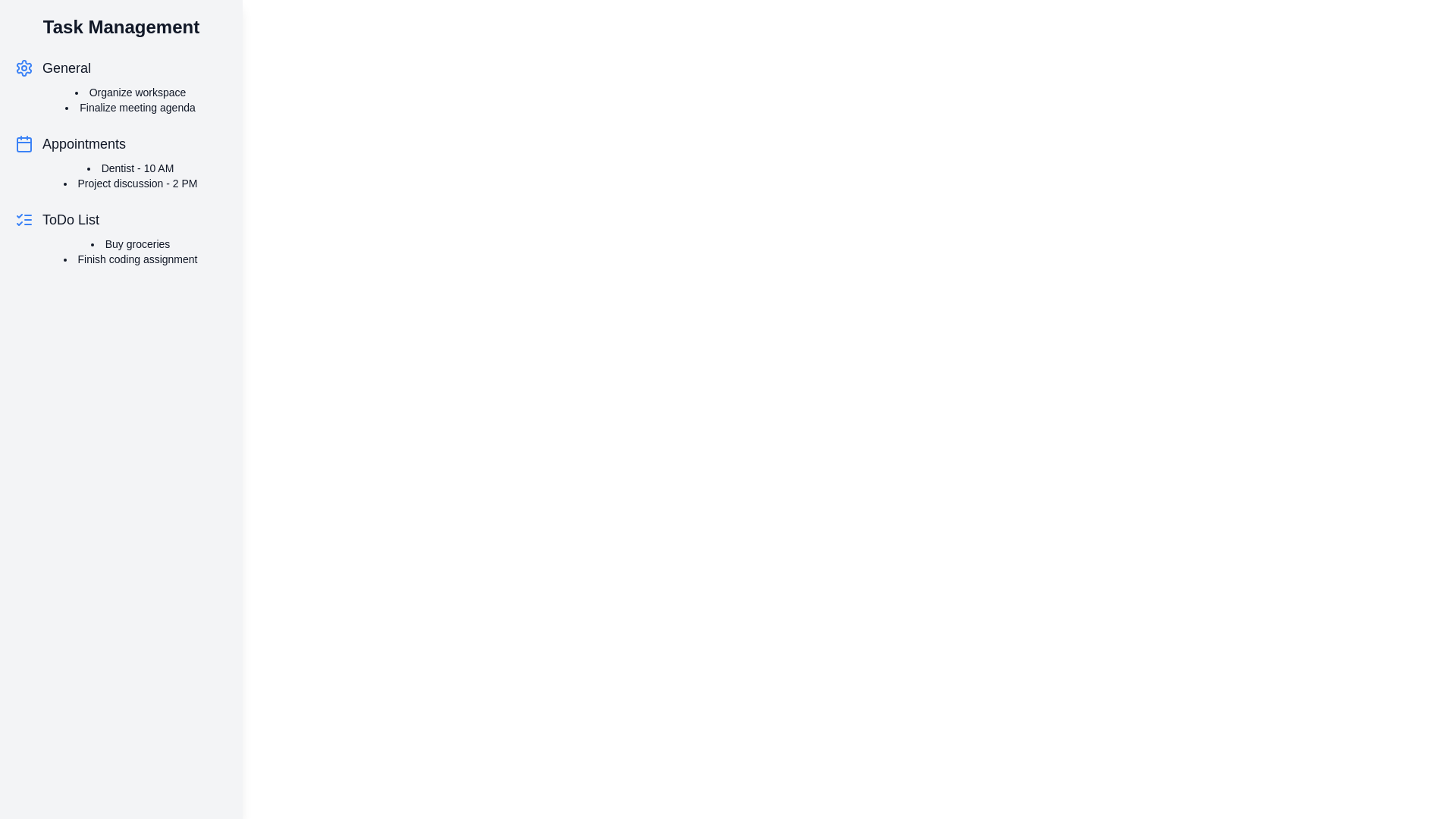  I want to click on the task text Dentist - 10 AM to open the task, so click(130, 168).